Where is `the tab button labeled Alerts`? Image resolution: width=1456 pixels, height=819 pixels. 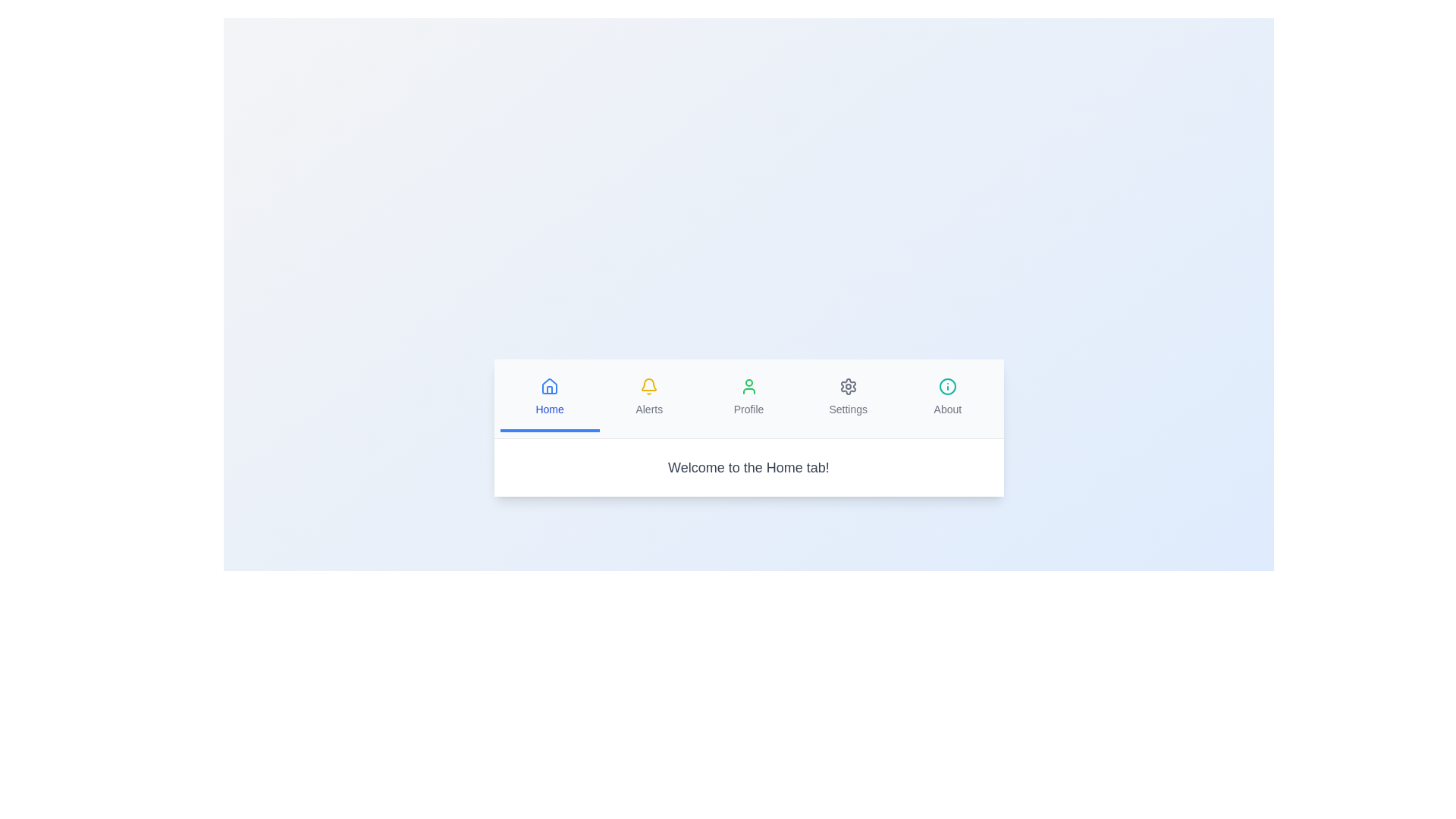 the tab button labeled Alerts is located at coordinates (648, 397).